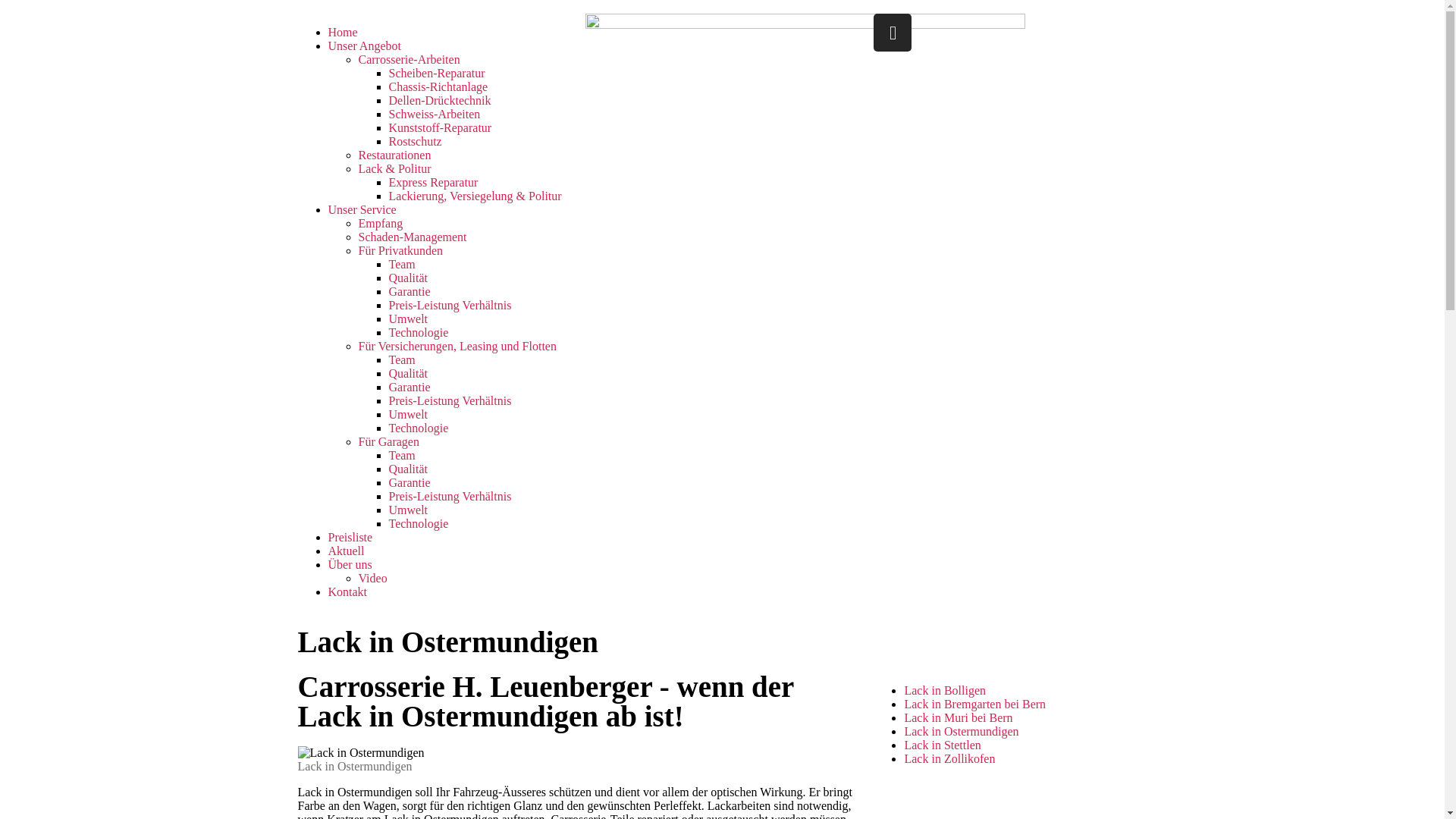 The width and height of the screenshot is (1456, 819). Describe the element at coordinates (407, 510) in the screenshot. I see `'Umwelt'` at that location.